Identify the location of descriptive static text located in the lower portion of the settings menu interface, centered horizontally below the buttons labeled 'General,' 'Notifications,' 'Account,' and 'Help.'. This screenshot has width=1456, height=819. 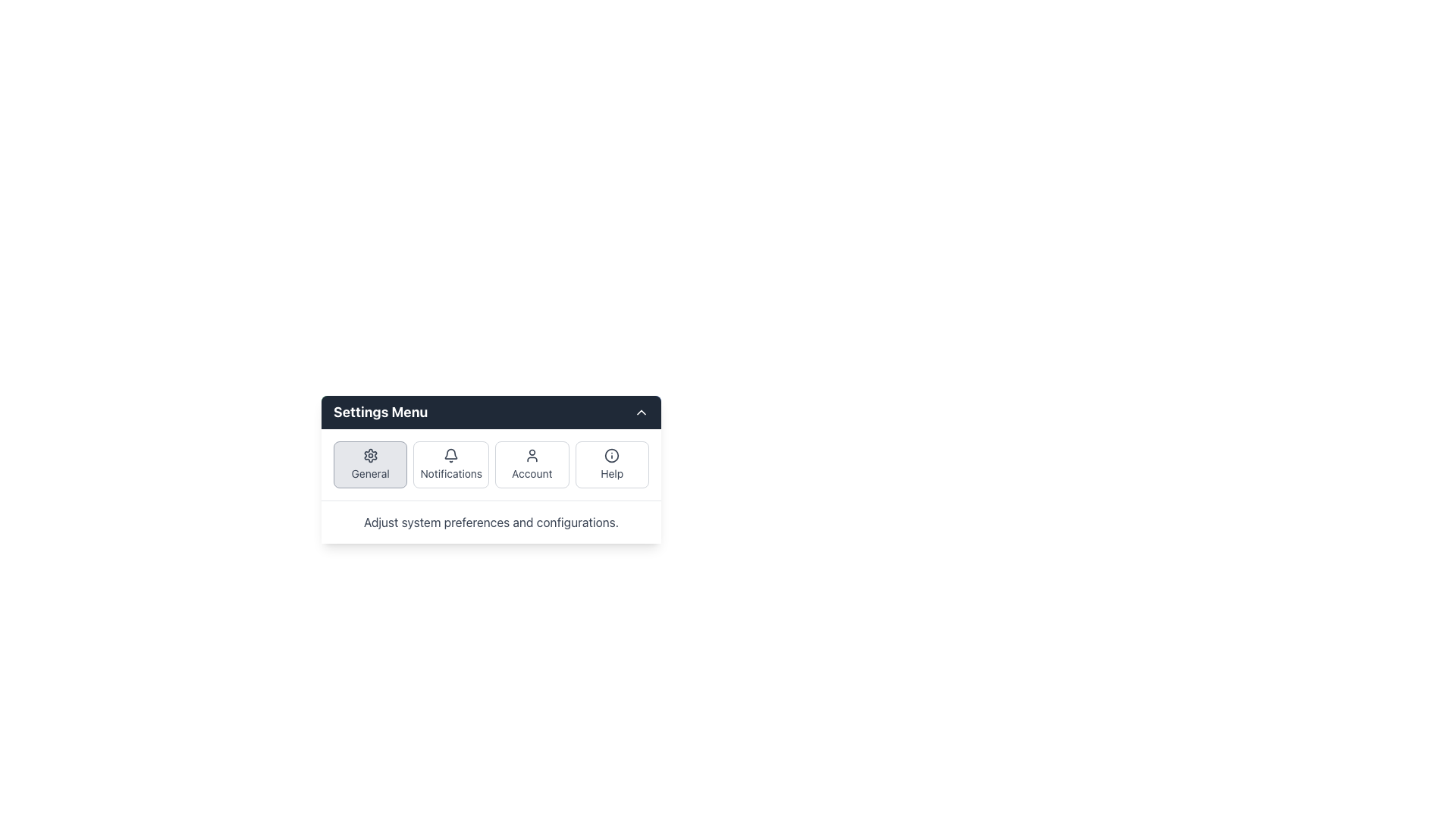
(491, 522).